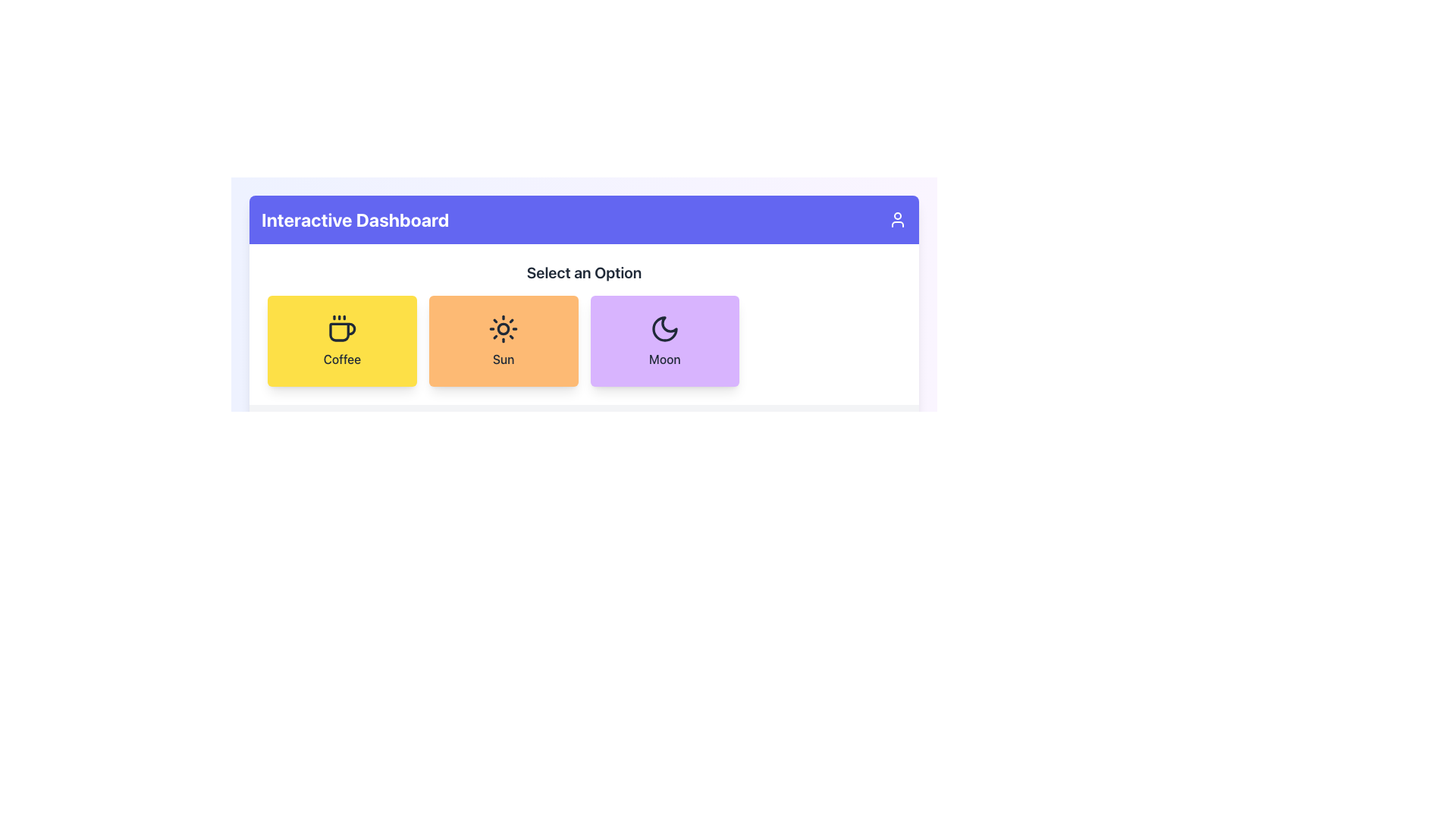 The image size is (1456, 819). Describe the element at coordinates (664, 328) in the screenshot. I see `the moon icon located within the purple rectangular card, which is the third card in the group below the heading 'Select an Option'. This icon is positioned above the text 'Moon'` at that location.